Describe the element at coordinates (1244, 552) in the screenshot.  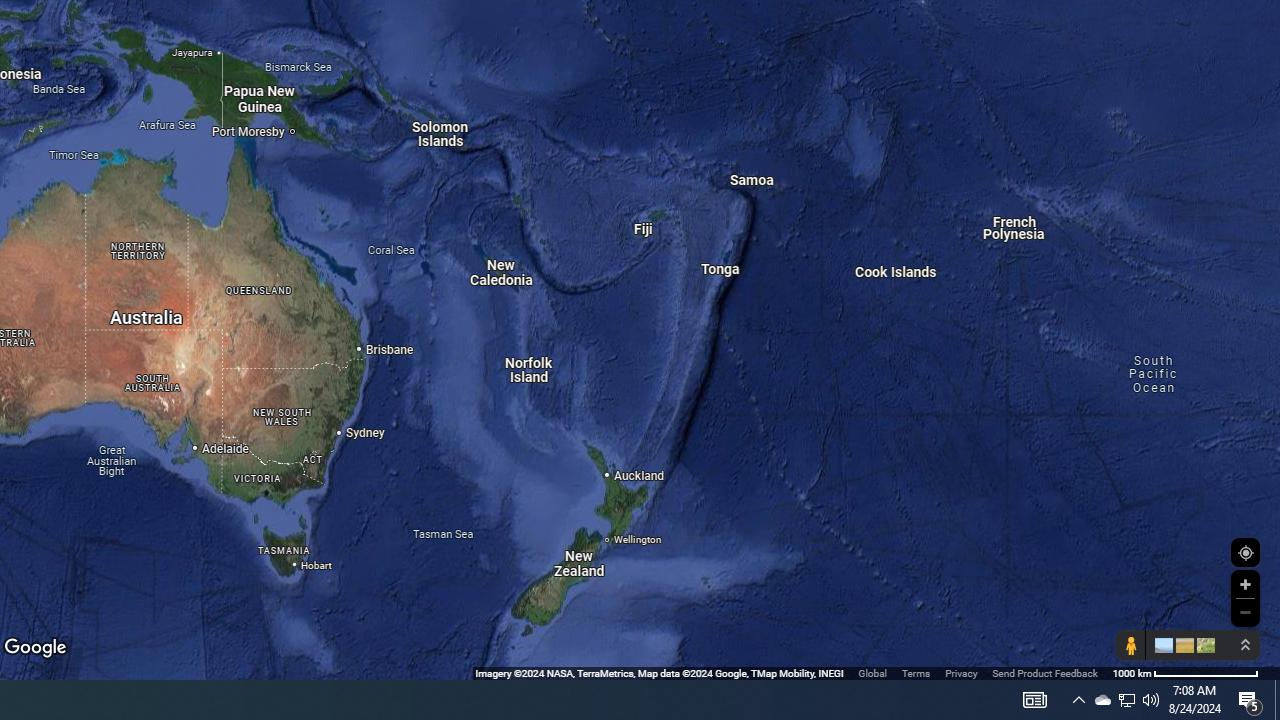
I see `'Show Your Location'` at that location.